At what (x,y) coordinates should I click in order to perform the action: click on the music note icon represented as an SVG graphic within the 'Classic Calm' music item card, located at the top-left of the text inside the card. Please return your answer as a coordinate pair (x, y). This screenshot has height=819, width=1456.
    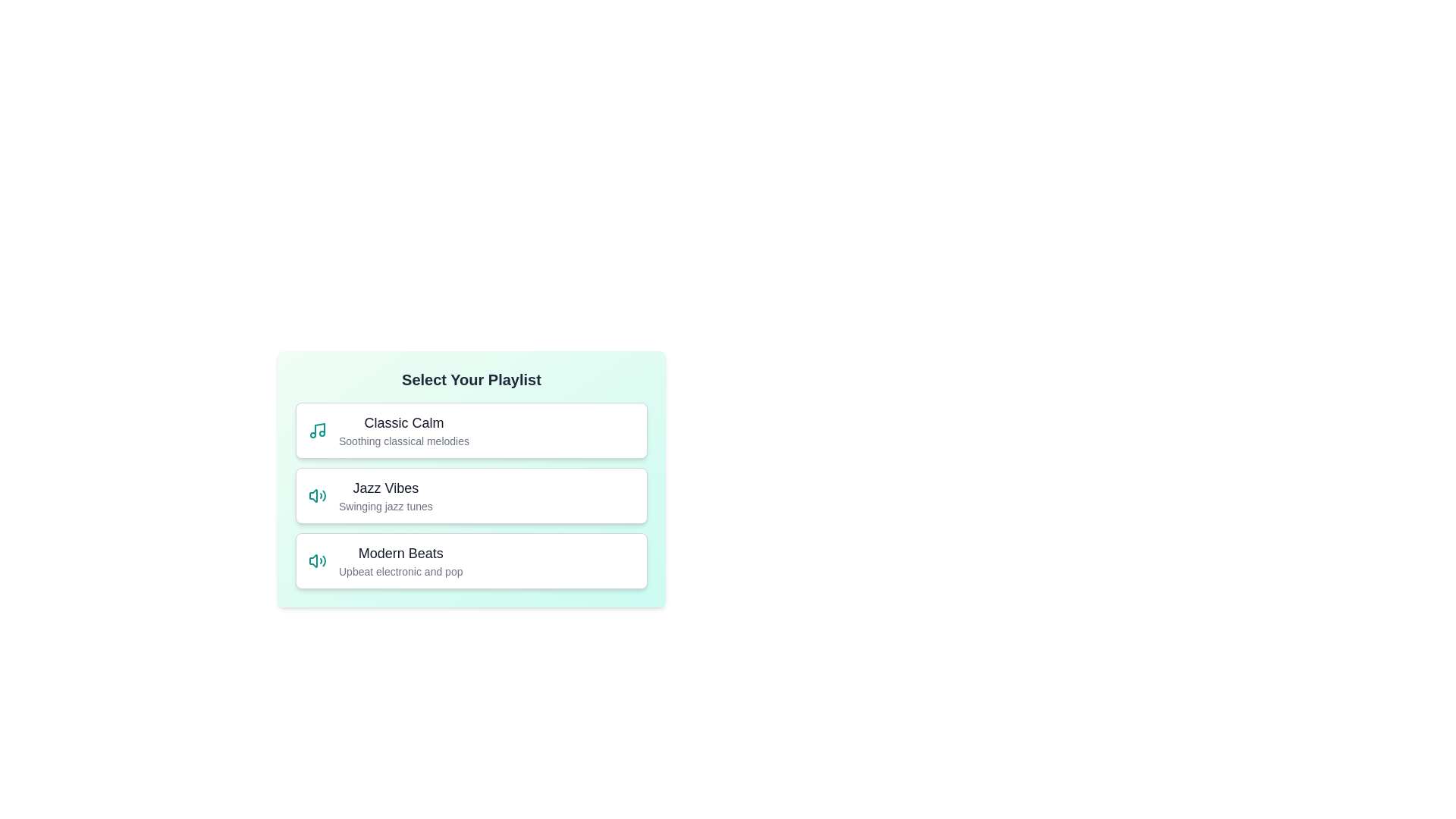
    Looking at the image, I should click on (319, 429).